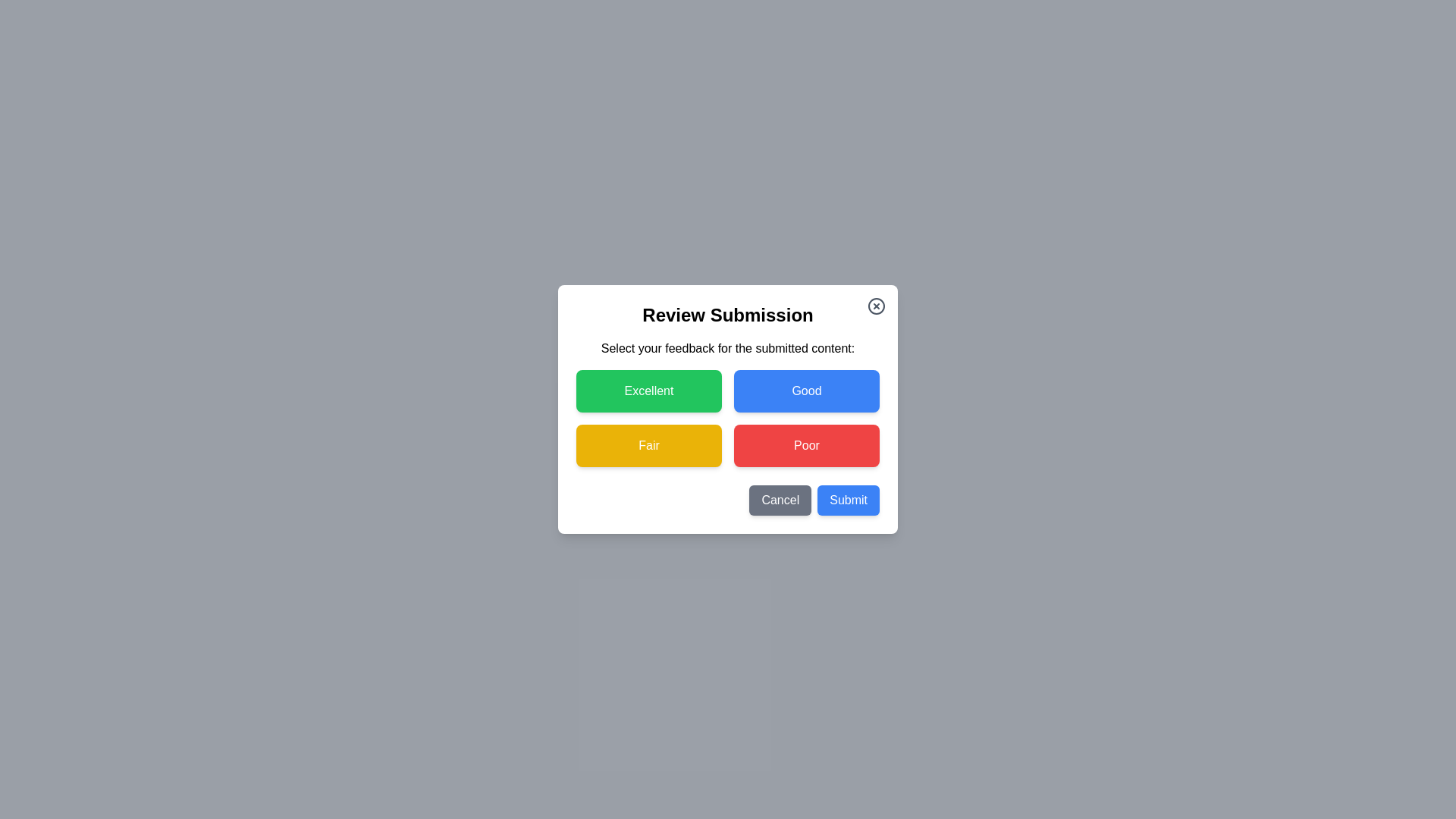  Describe the element at coordinates (648, 444) in the screenshot. I see `the button labeled Fair to select the corresponding feedback` at that location.